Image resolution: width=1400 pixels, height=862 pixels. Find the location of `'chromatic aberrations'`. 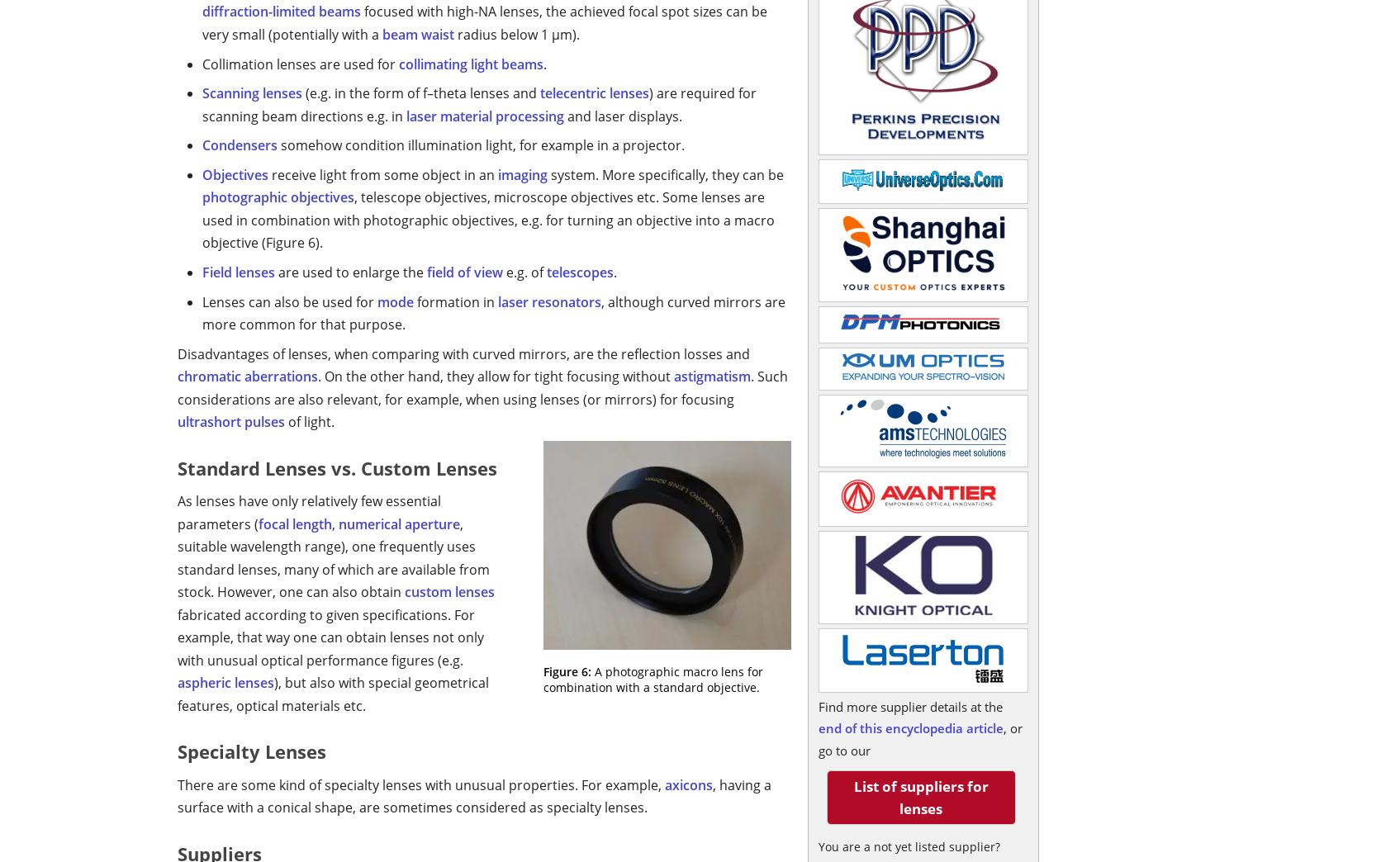

'chromatic aberrations' is located at coordinates (248, 376).